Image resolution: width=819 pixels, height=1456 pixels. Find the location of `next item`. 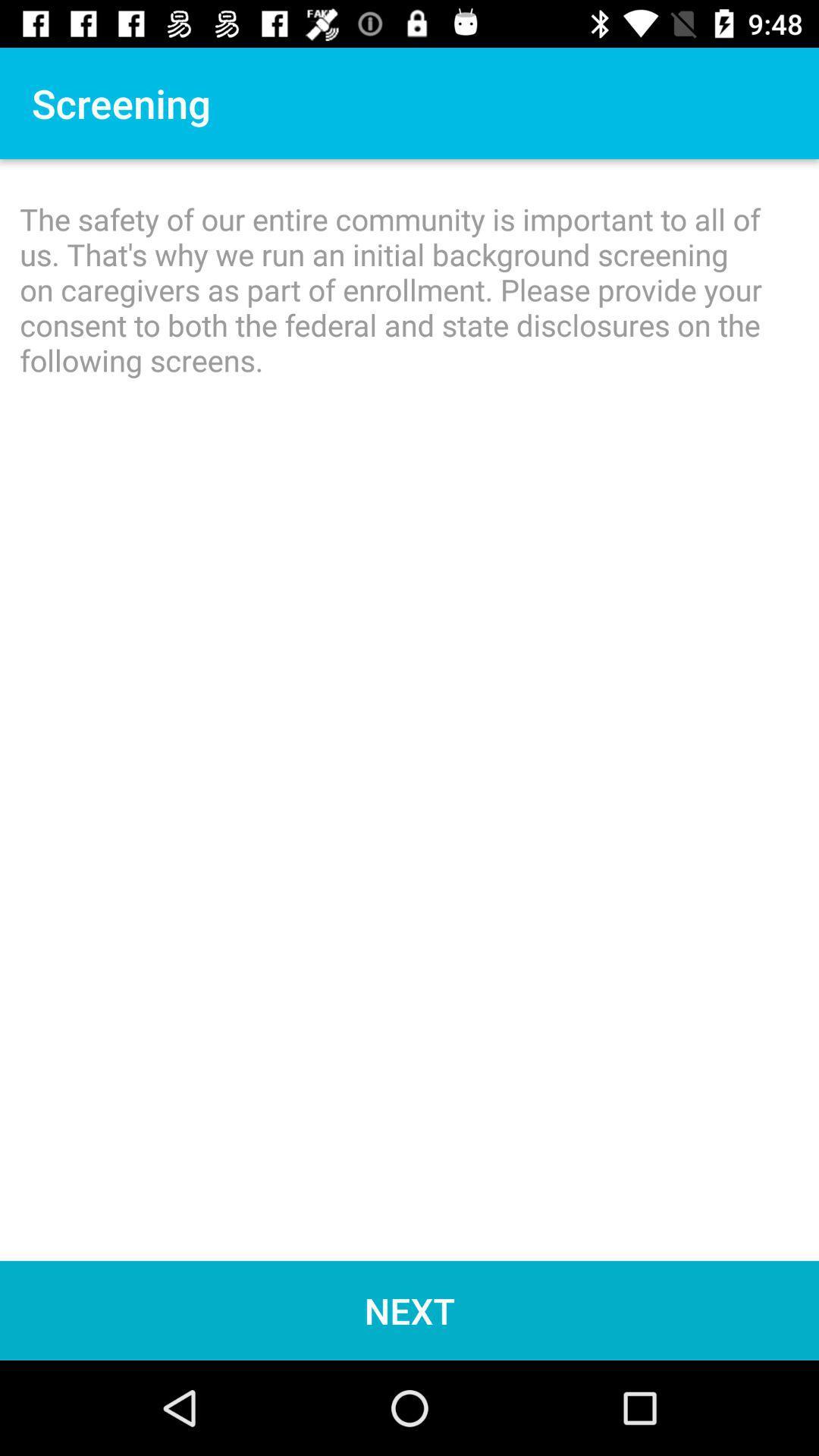

next item is located at coordinates (409, 1310).